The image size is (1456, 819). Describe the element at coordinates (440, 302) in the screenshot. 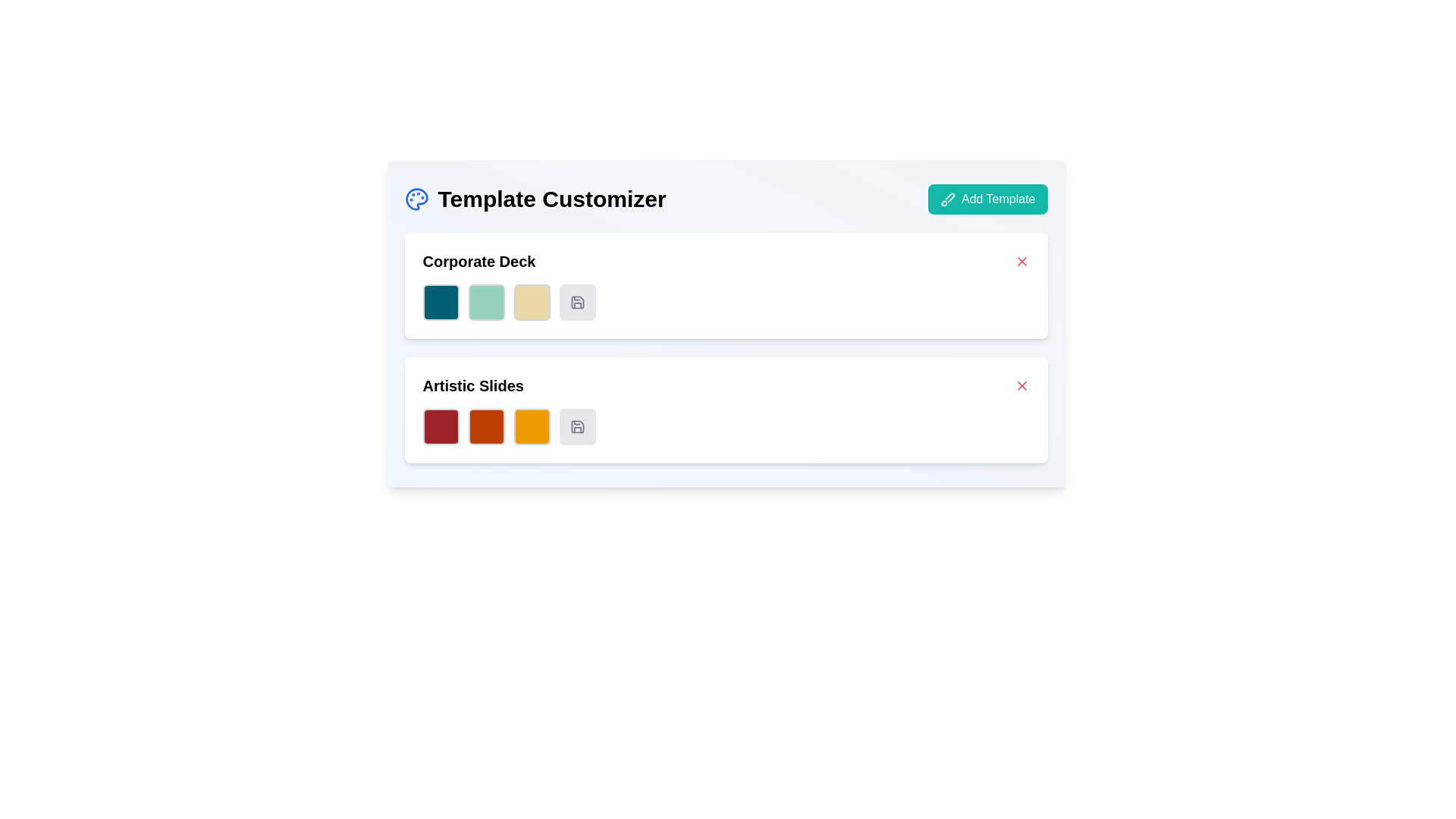

I see `the dark teal-colored color swatch preview box with rounded corners located in the 'Corporate Deck' section, which is the first square in a horizontal row` at that location.